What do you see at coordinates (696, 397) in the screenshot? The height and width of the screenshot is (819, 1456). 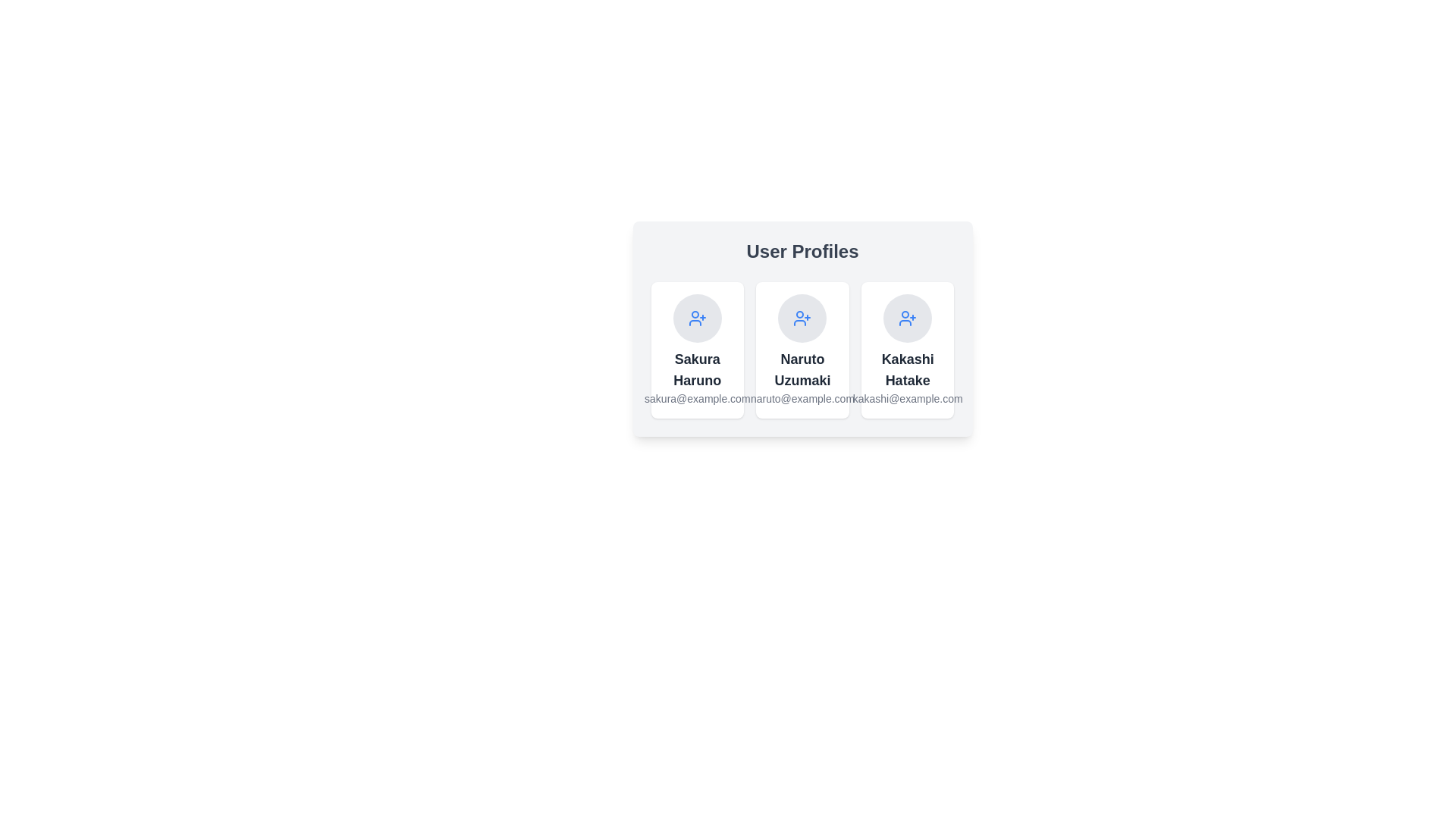 I see `the text label displaying the email address 'sakura@example.com', which is styled with a small-sized font and gray color, located beneath the name 'Sakura Haruno'` at bounding box center [696, 397].